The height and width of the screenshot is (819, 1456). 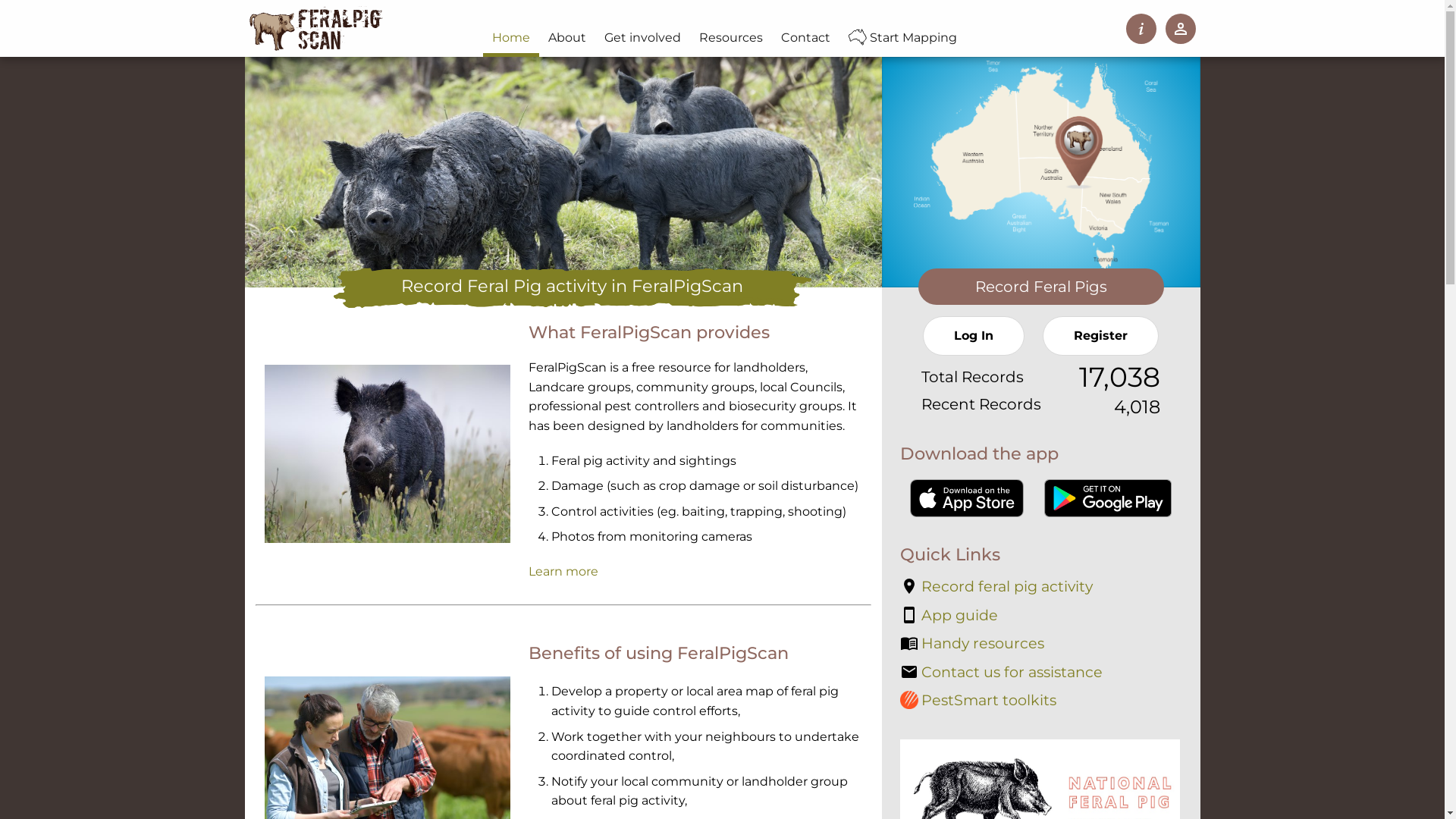 I want to click on 'Get involved', so click(x=642, y=37).